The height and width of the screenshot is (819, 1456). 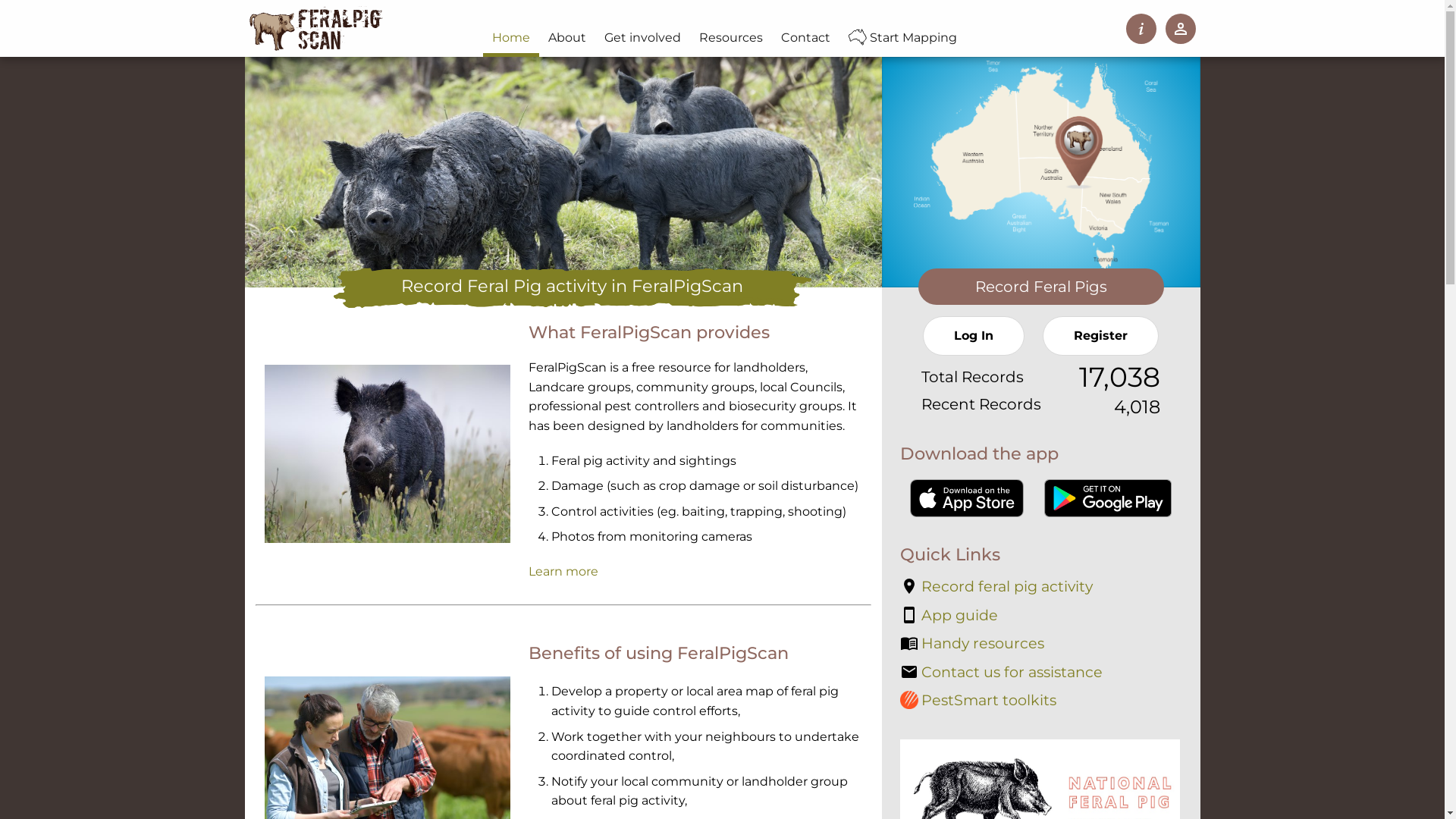 I want to click on 'Get involved', so click(x=642, y=37).